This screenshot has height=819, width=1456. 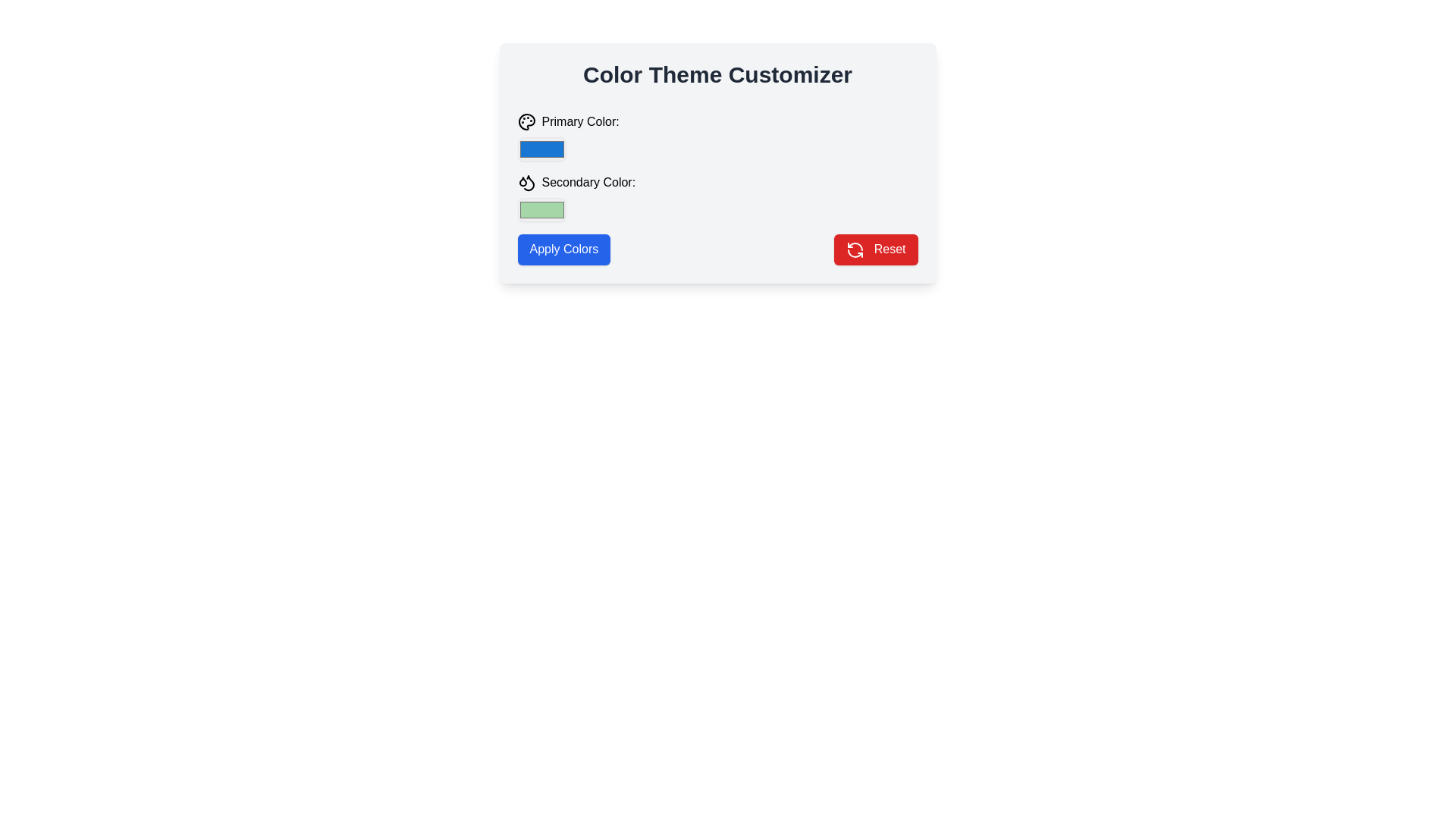 What do you see at coordinates (541, 210) in the screenshot?
I see `the color input field located to the right of the 'Secondary Color:' label by using the keyboard for accessibility purposes` at bounding box center [541, 210].